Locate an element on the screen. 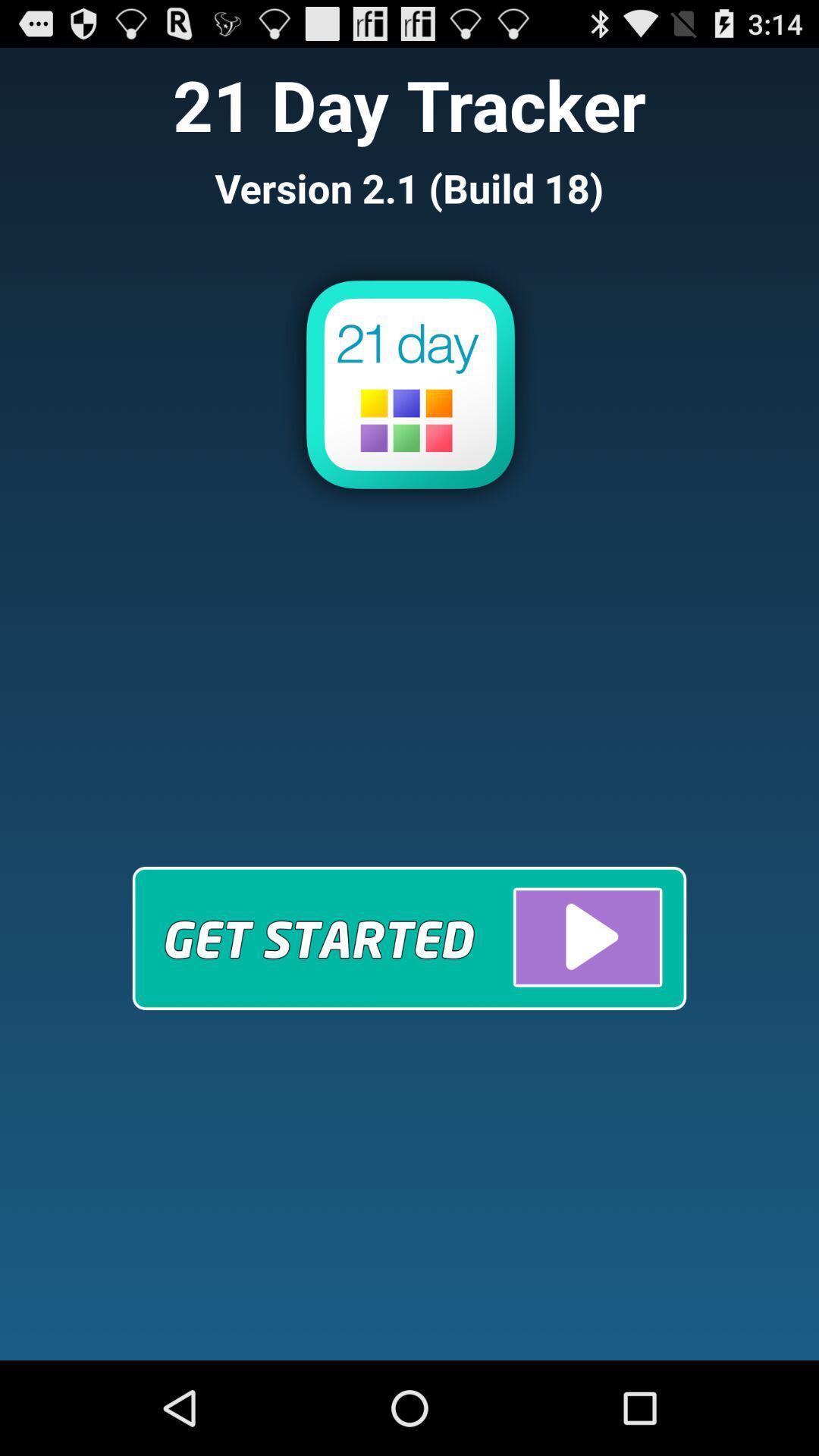  start the app is located at coordinates (409, 937).